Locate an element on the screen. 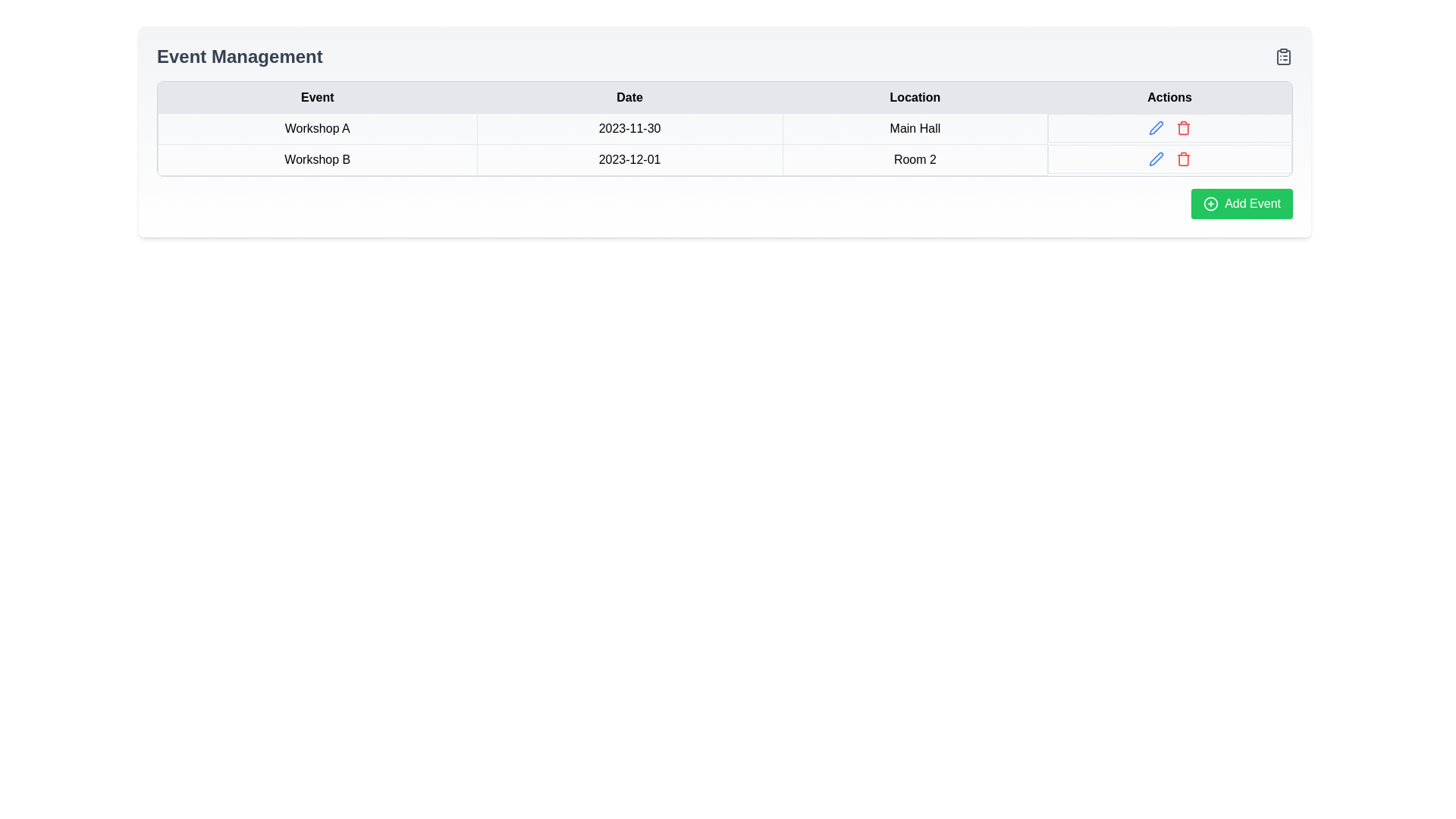 The height and width of the screenshot is (819, 1456). the first event row is located at coordinates (723, 143).